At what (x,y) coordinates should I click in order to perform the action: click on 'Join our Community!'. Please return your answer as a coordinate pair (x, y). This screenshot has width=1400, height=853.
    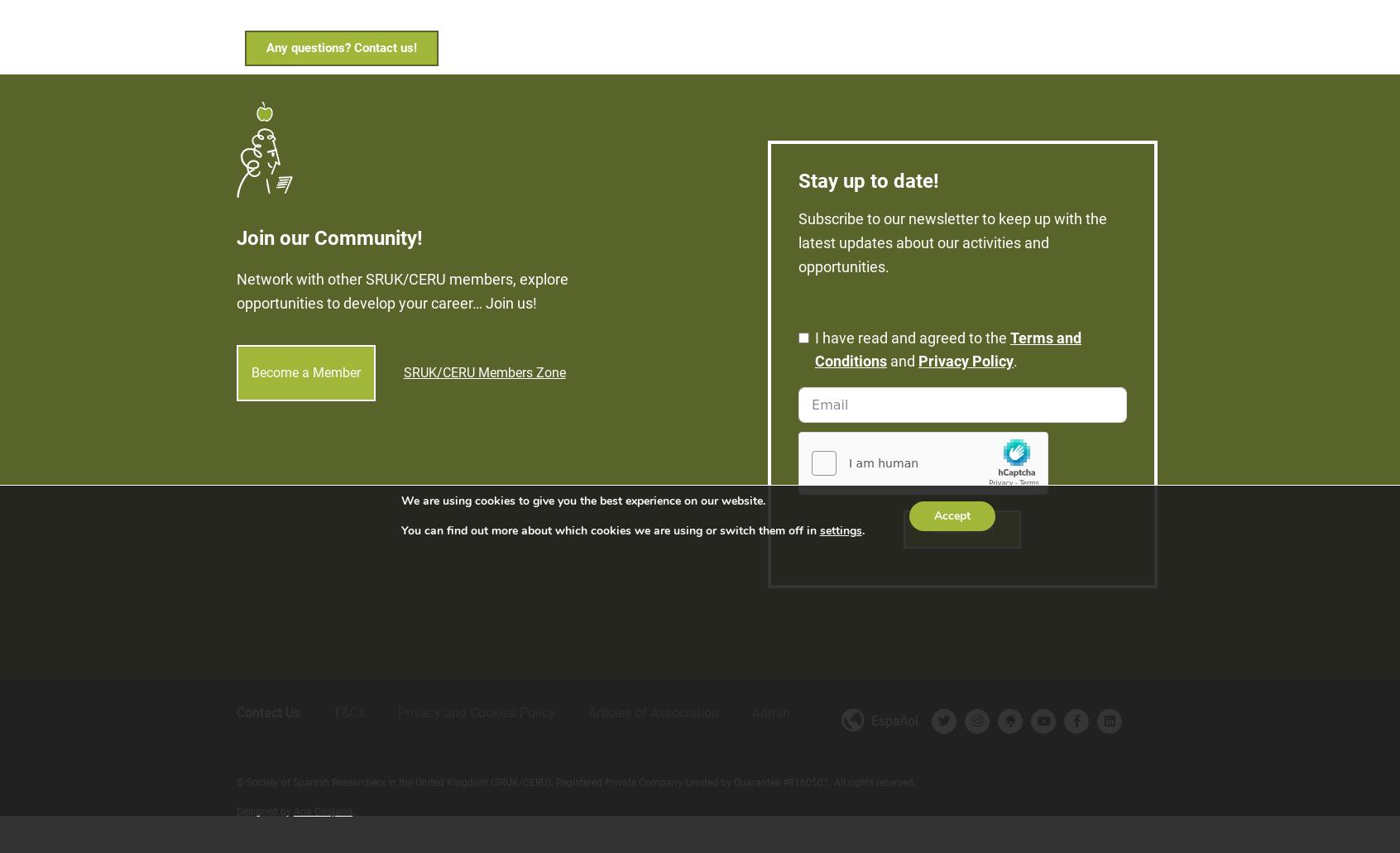
    Looking at the image, I should click on (329, 224).